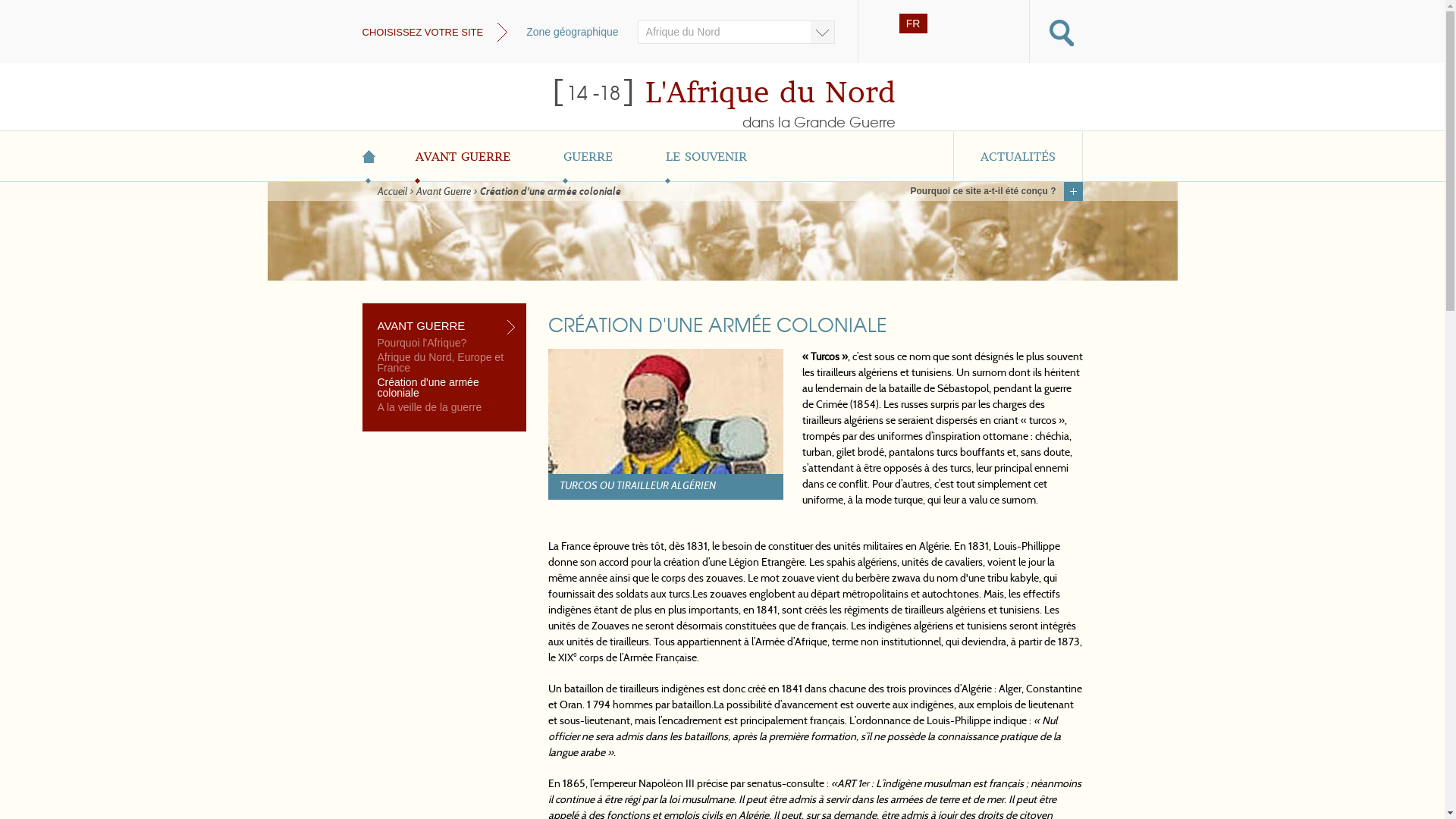 The height and width of the screenshot is (819, 1456). What do you see at coordinates (736, 32) in the screenshot?
I see `'Afrique du Nord'` at bounding box center [736, 32].